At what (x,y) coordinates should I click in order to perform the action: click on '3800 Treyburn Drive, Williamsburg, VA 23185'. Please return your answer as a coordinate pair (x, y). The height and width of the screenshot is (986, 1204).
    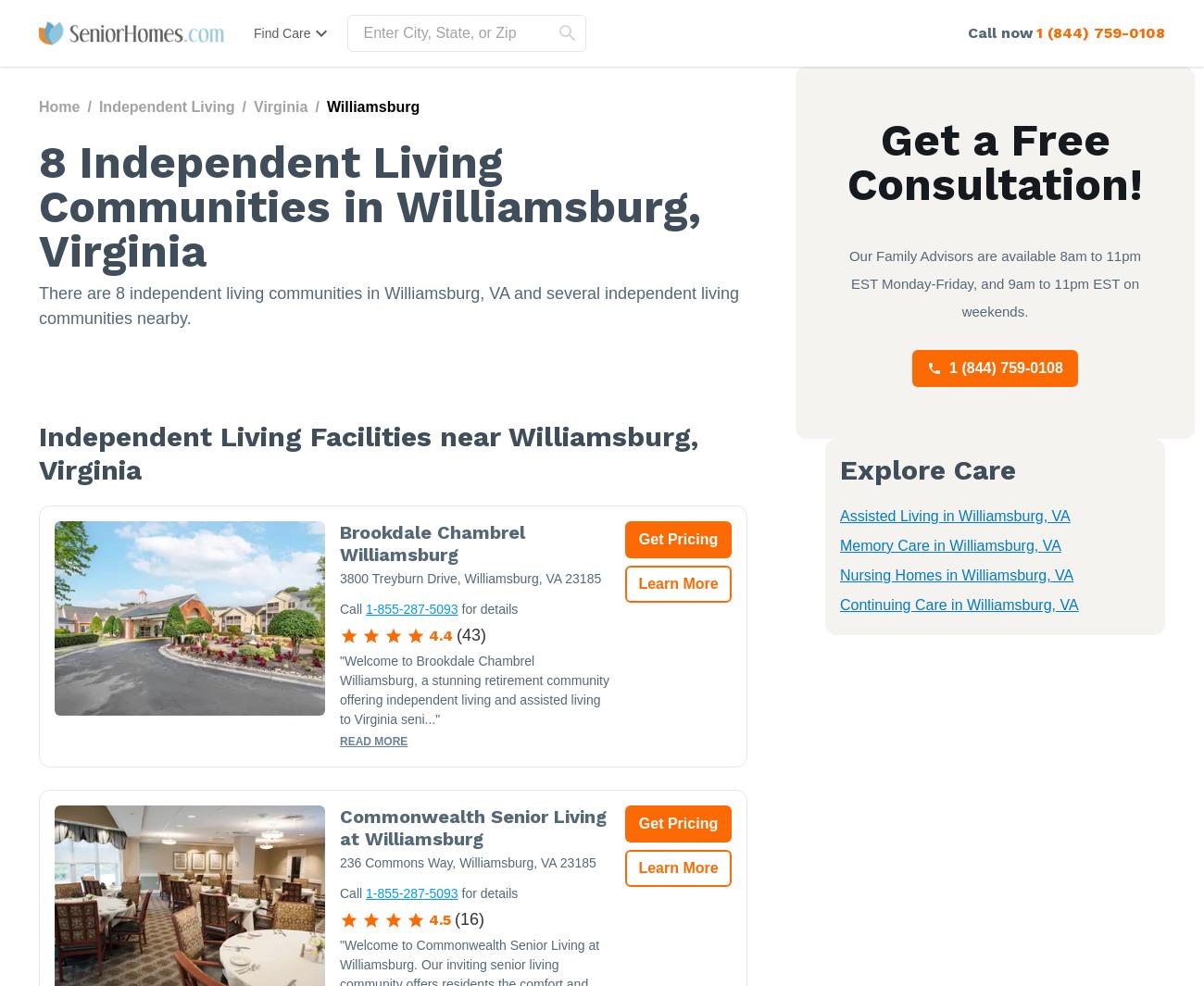
    Looking at the image, I should click on (338, 579).